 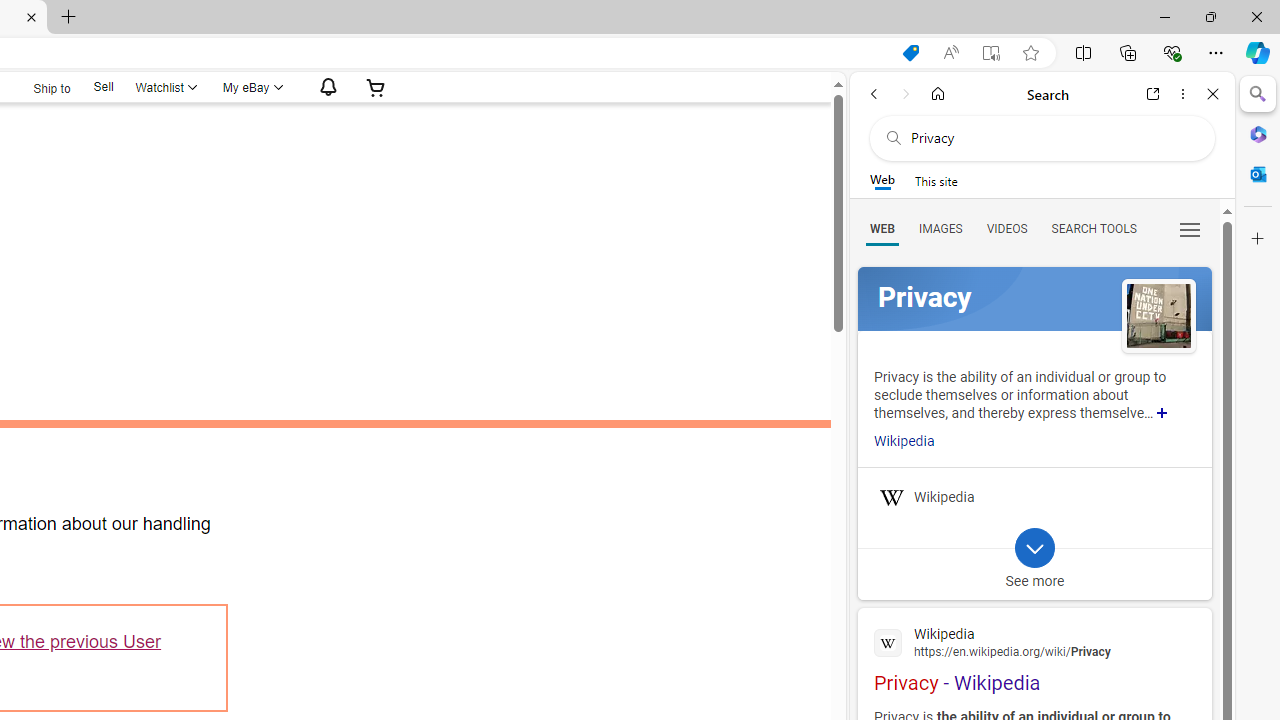 What do you see at coordinates (1051, 137) in the screenshot?
I see `'Search the web'` at bounding box center [1051, 137].